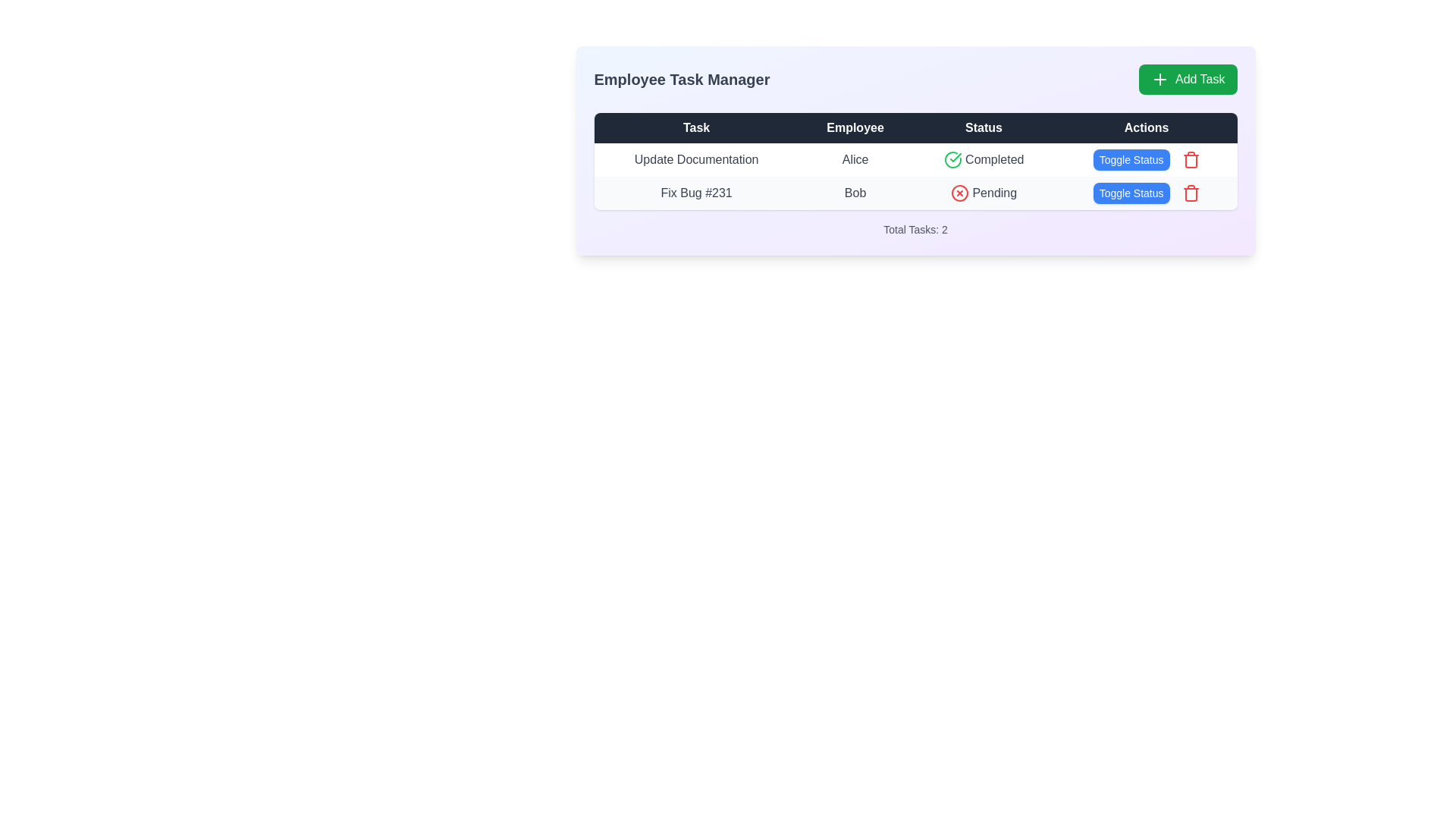 This screenshot has width=1456, height=819. Describe the element at coordinates (1131, 192) in the screenshot. I see `the blue 'Toggle Status' button with white text, located in the 'Actions' column of the second row` at that location.